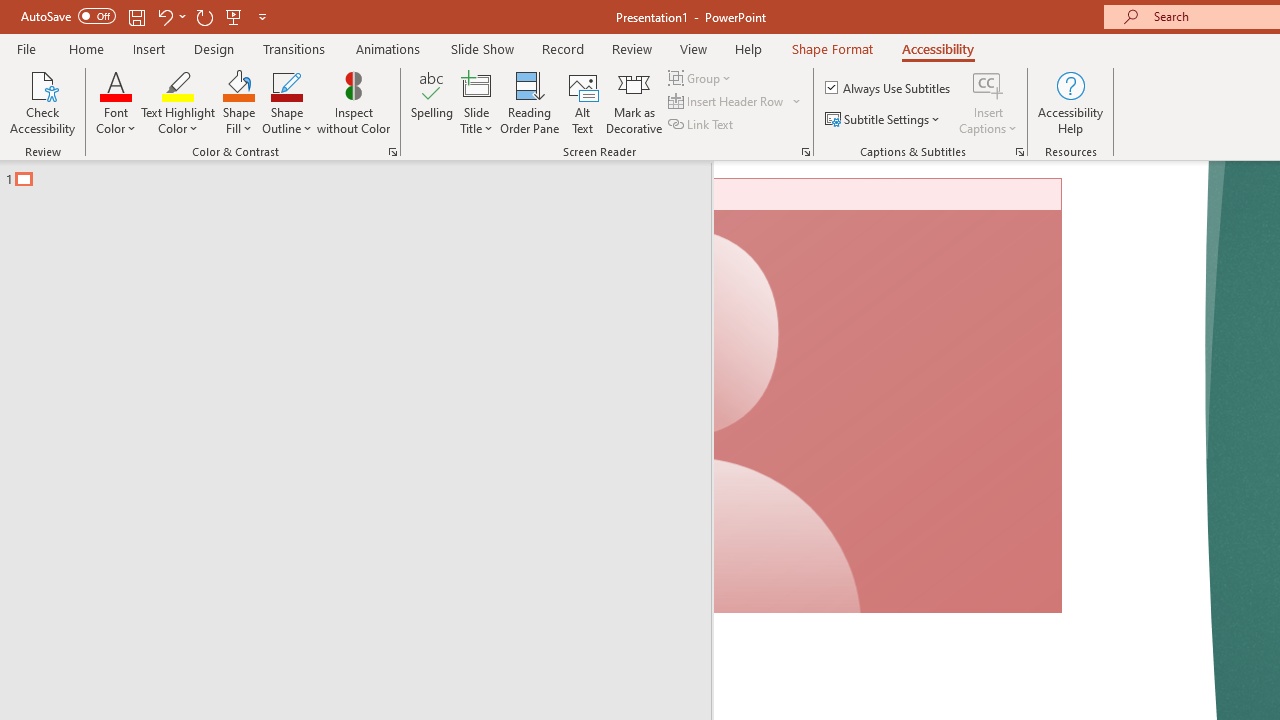  I want to click on 'Help', so click(747, 48).